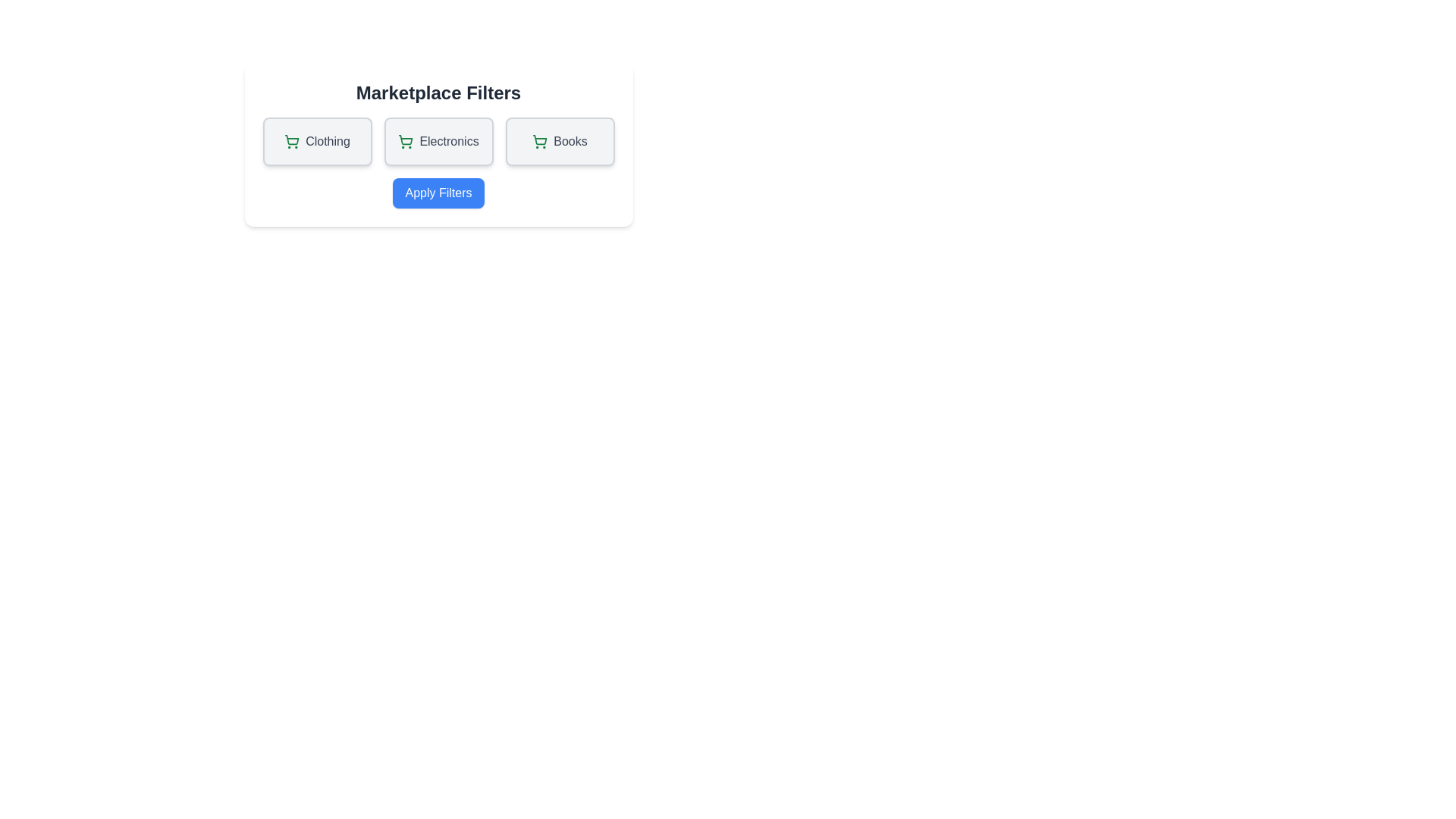  I want to click on 'Apply Filters' button to apply the selected filters, so click(438, 192).